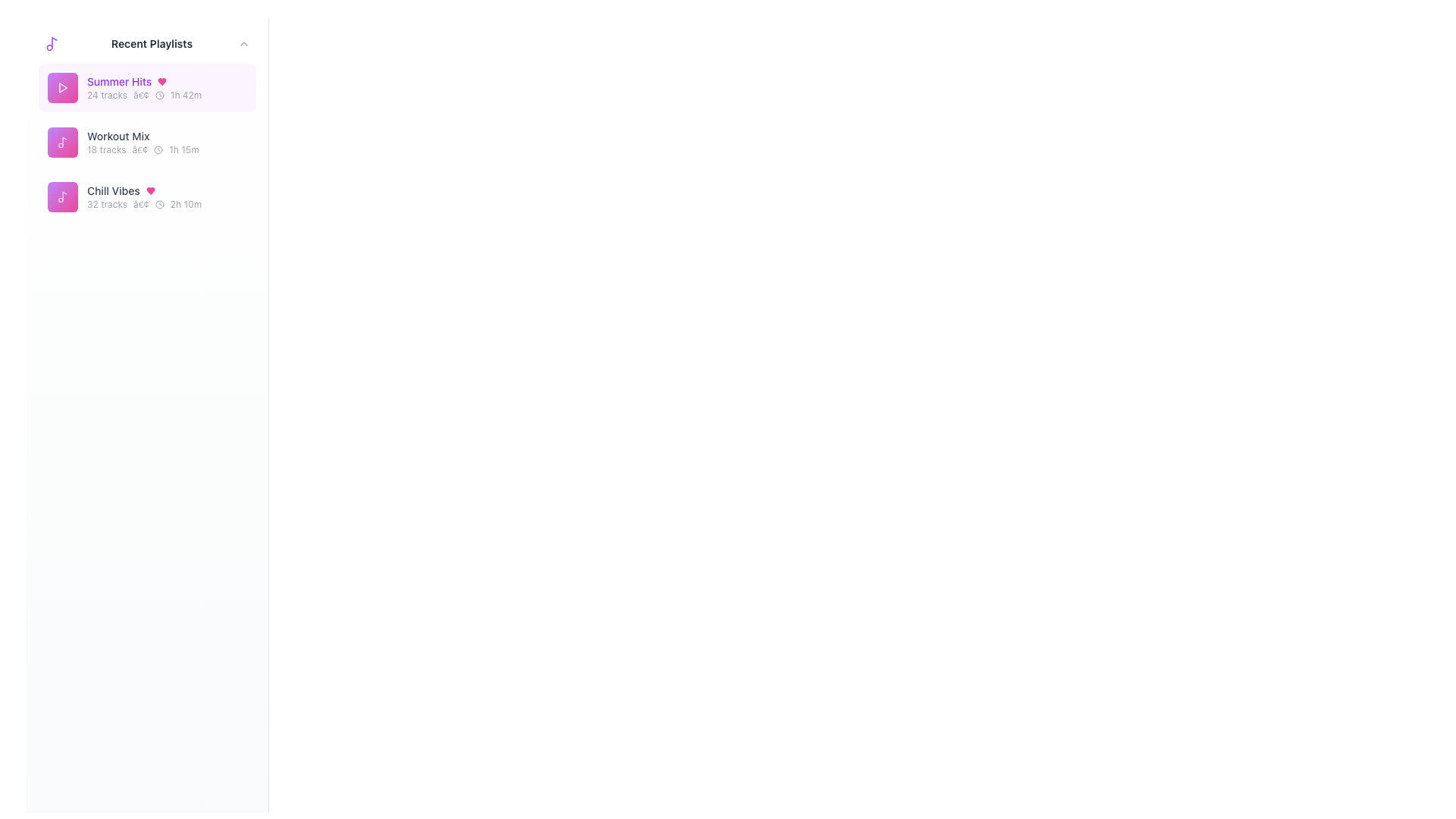  Describe the element at coordinates (61, 87) in the screenshot. I see `the Icon button located to the left of 'Summer Hits' in the 'Recent Playlists' section` at that location.